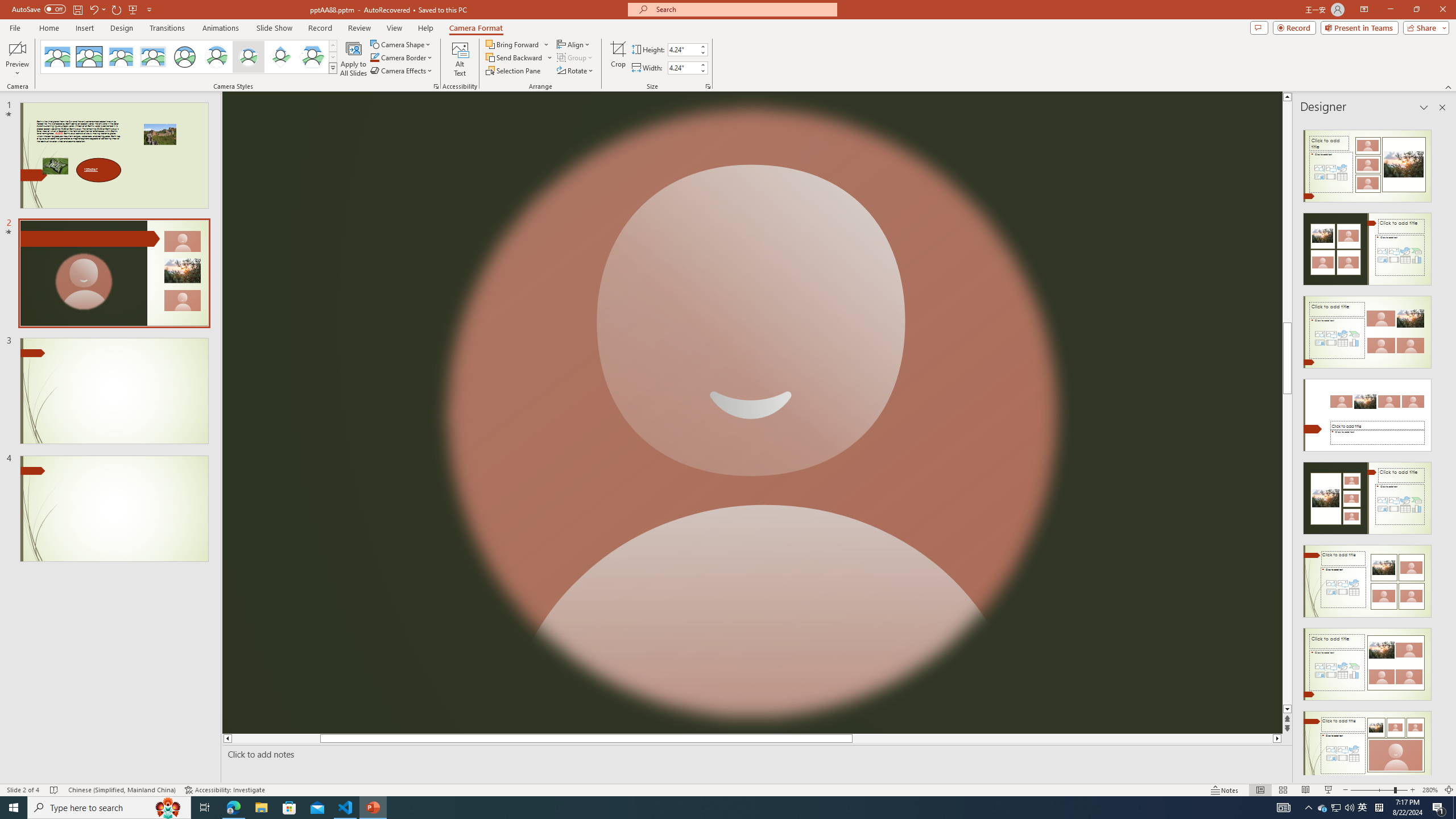  Describe the element at coordinates (14, 27) in the screenshot. I see `'File Tab'` at that location.